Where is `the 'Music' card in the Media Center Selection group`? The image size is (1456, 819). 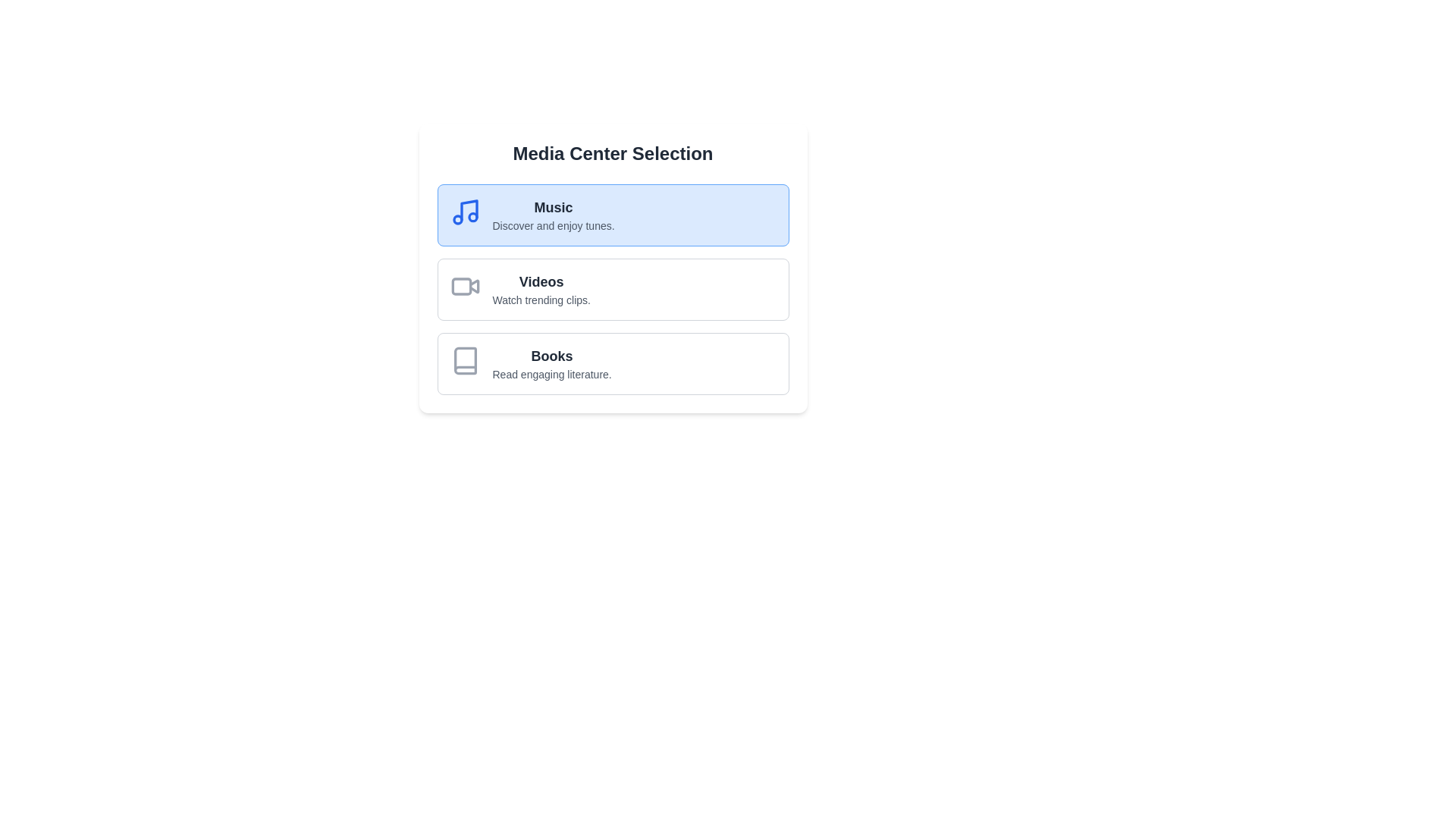
the 'Music' card in the Media Center Selection group is located at coordinates (552, 215).